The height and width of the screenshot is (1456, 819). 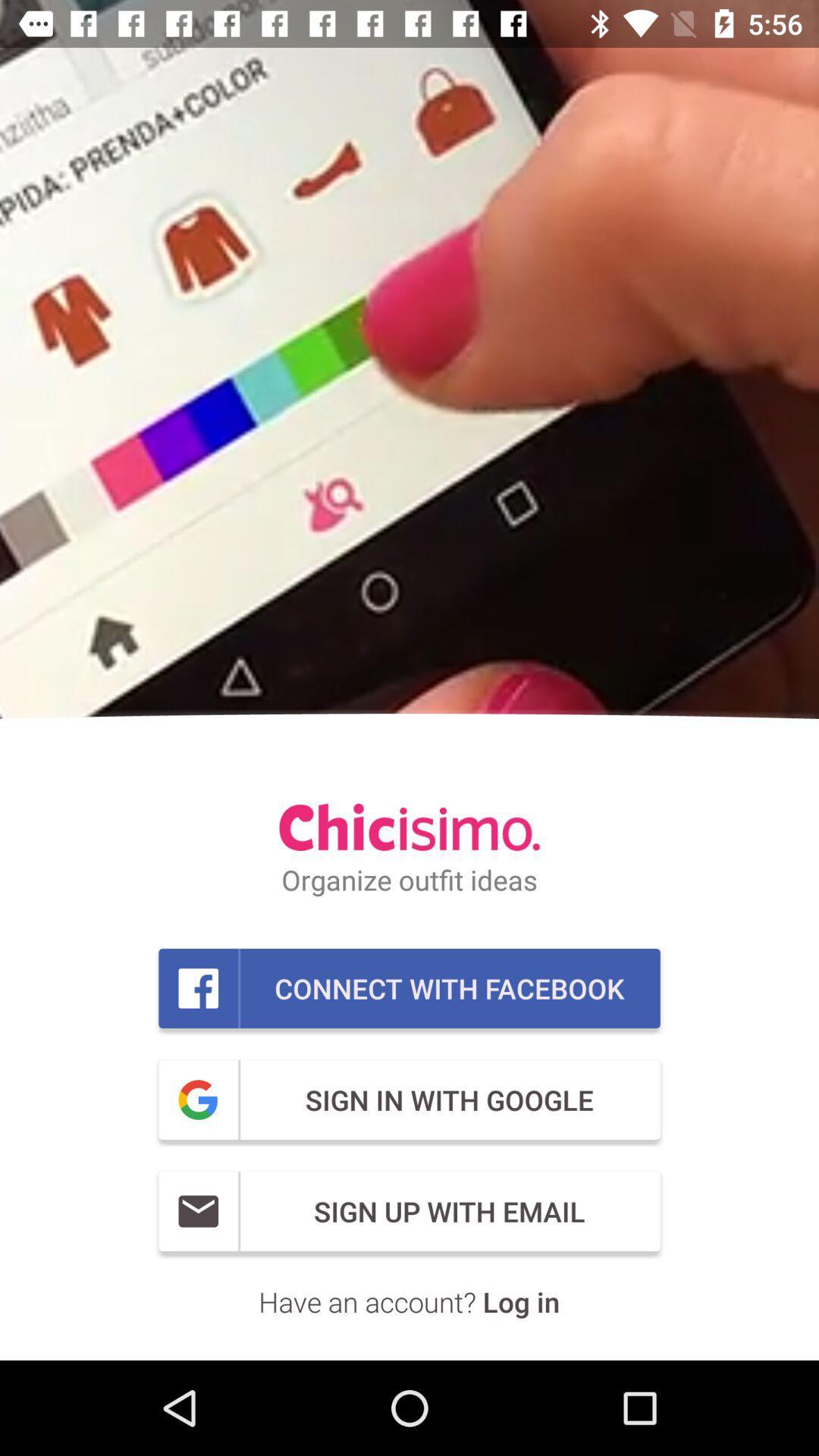 I want to click on item below sign up with, so click(x=408, y=1301).